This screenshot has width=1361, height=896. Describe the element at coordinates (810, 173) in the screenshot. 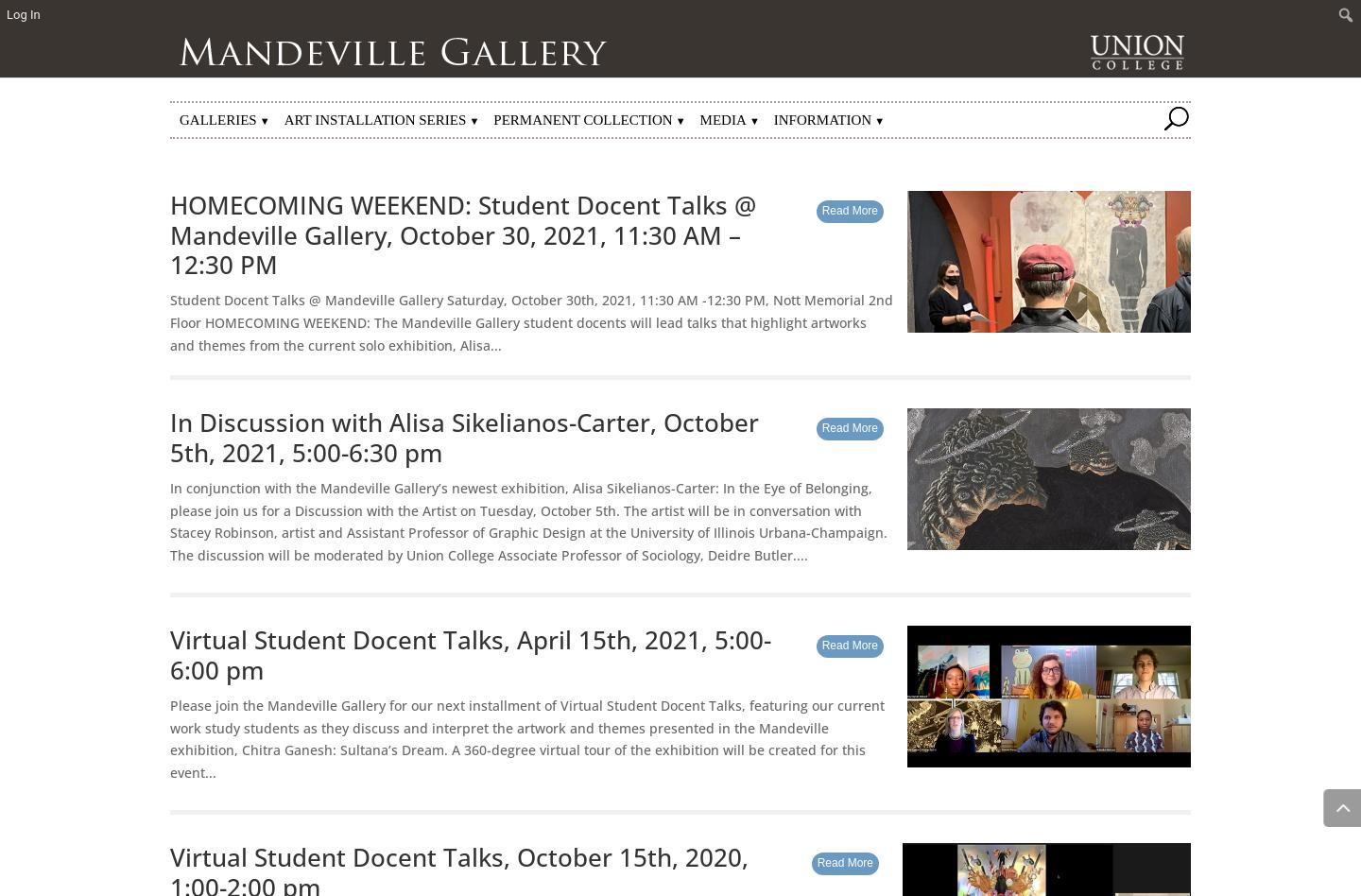

I see `'Other Highlights'` at that location.